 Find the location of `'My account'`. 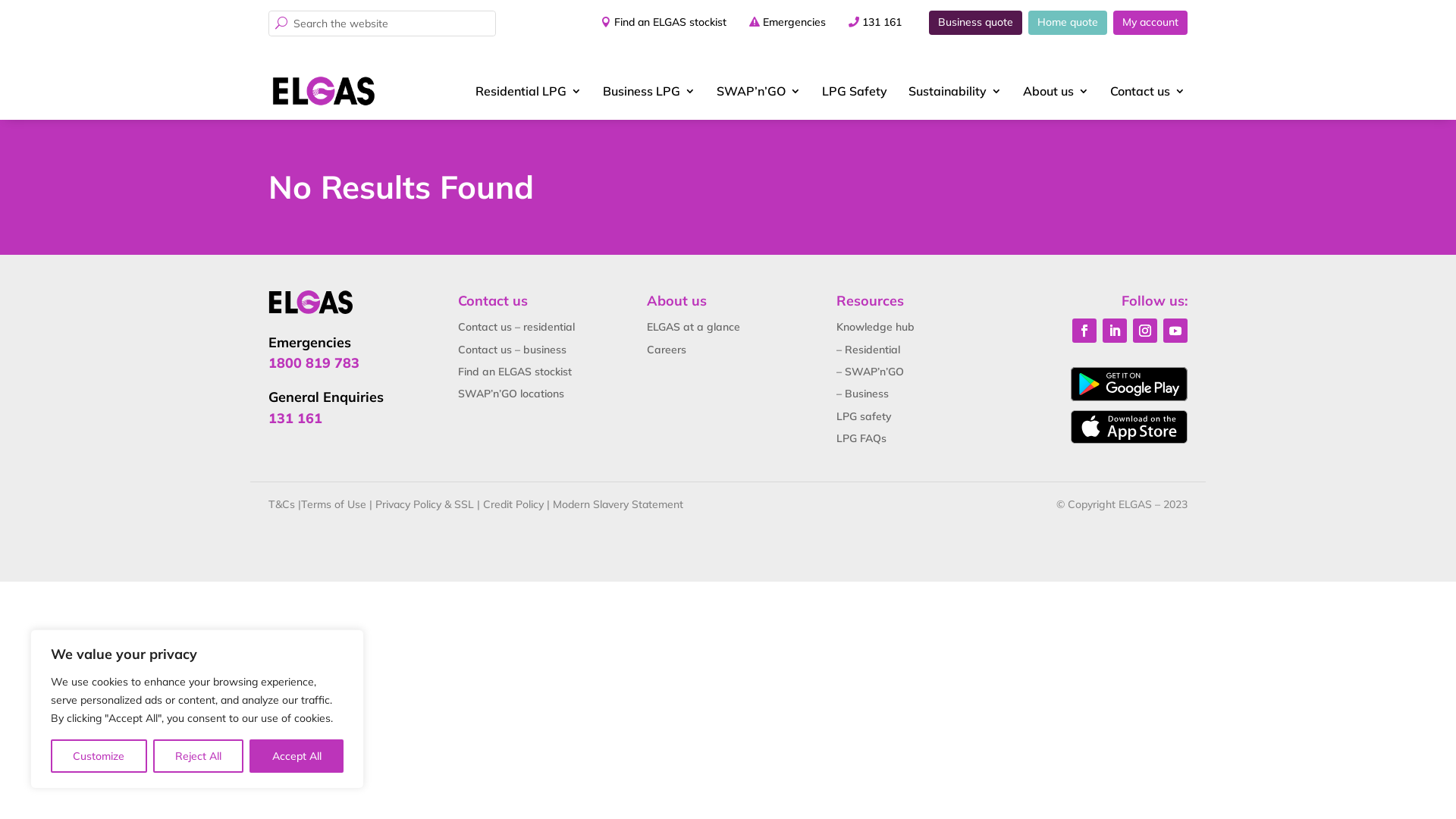

'My account' is located at coordinates (1113, 23).